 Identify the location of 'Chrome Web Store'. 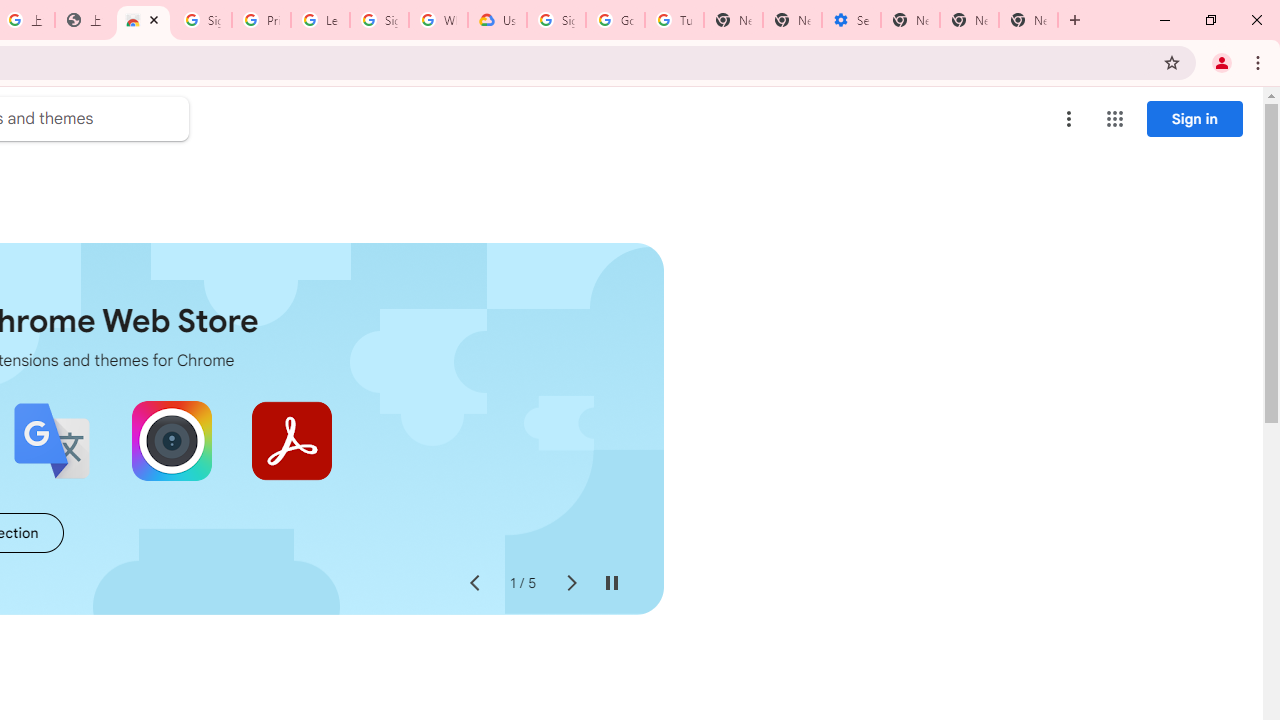
(142, 20).